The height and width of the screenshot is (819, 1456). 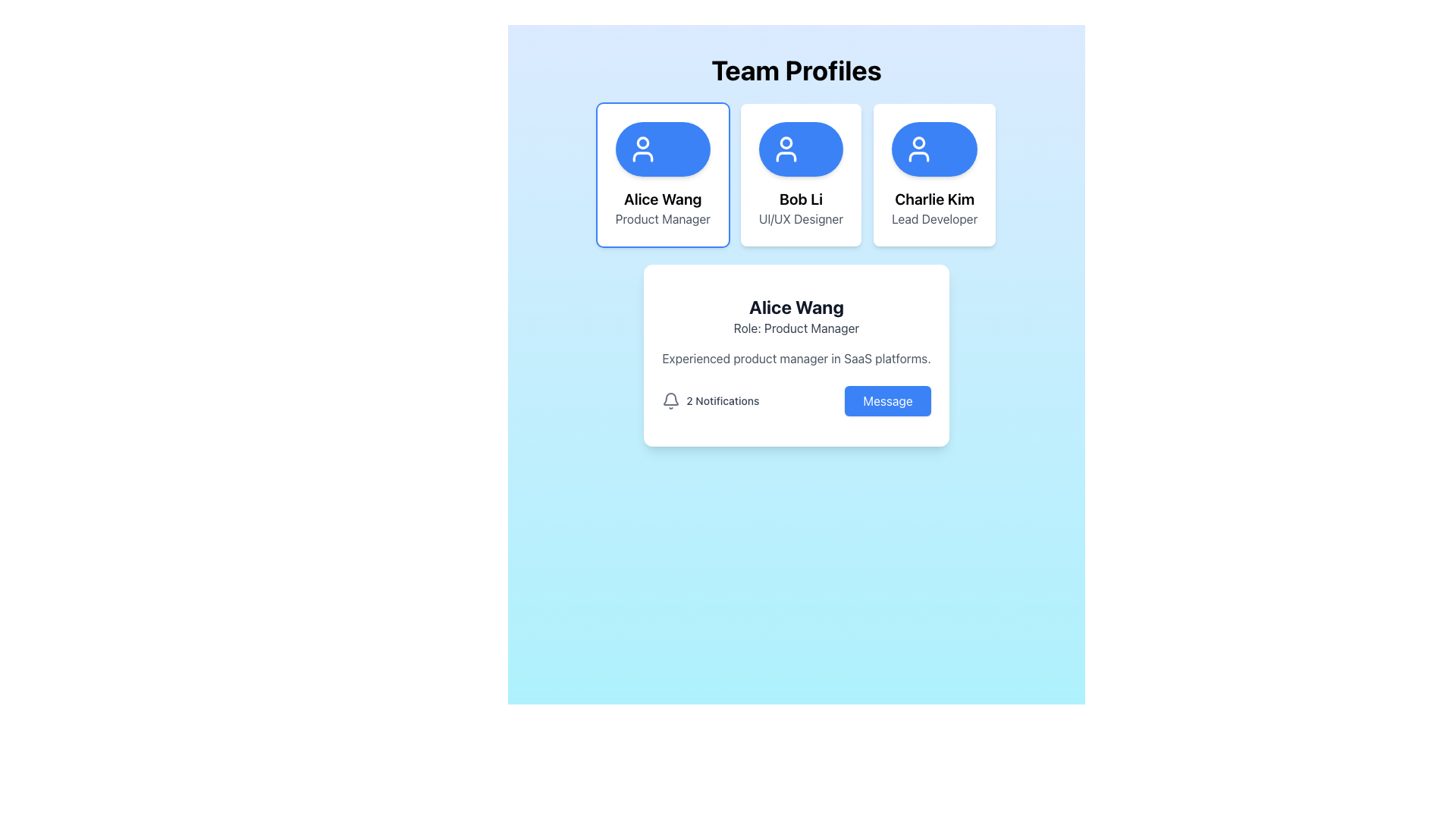 What do you see at coordinates (786, 143) in the screenshot?
I see `the SVG Circle Element within the user avatar icon for Bob Li, the second profile in the top row of the Team Profiles section` at bounding box center [786, 143].